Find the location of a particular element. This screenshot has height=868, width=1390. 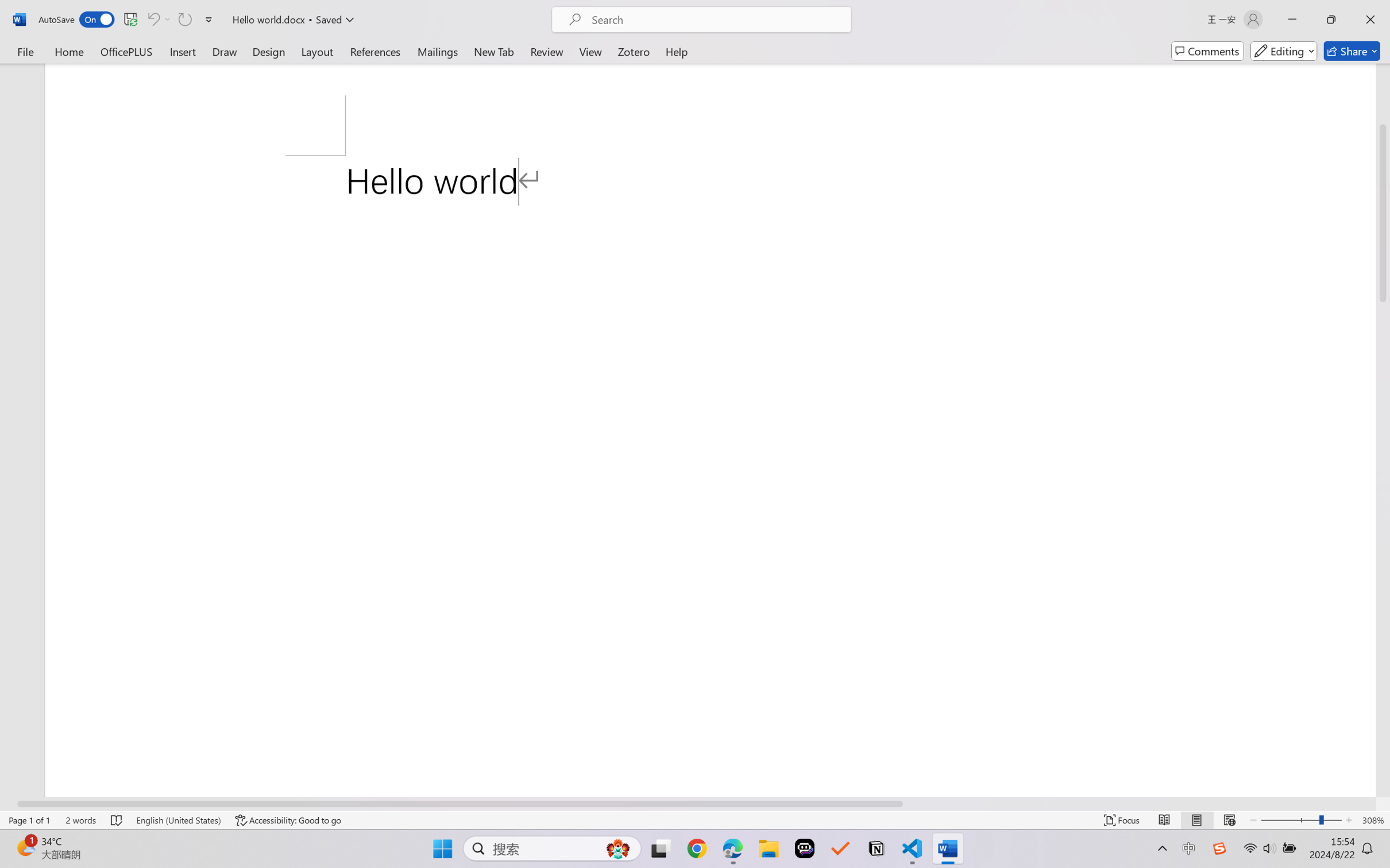

'Zoom Out' is located at coordinates (1289, 820).